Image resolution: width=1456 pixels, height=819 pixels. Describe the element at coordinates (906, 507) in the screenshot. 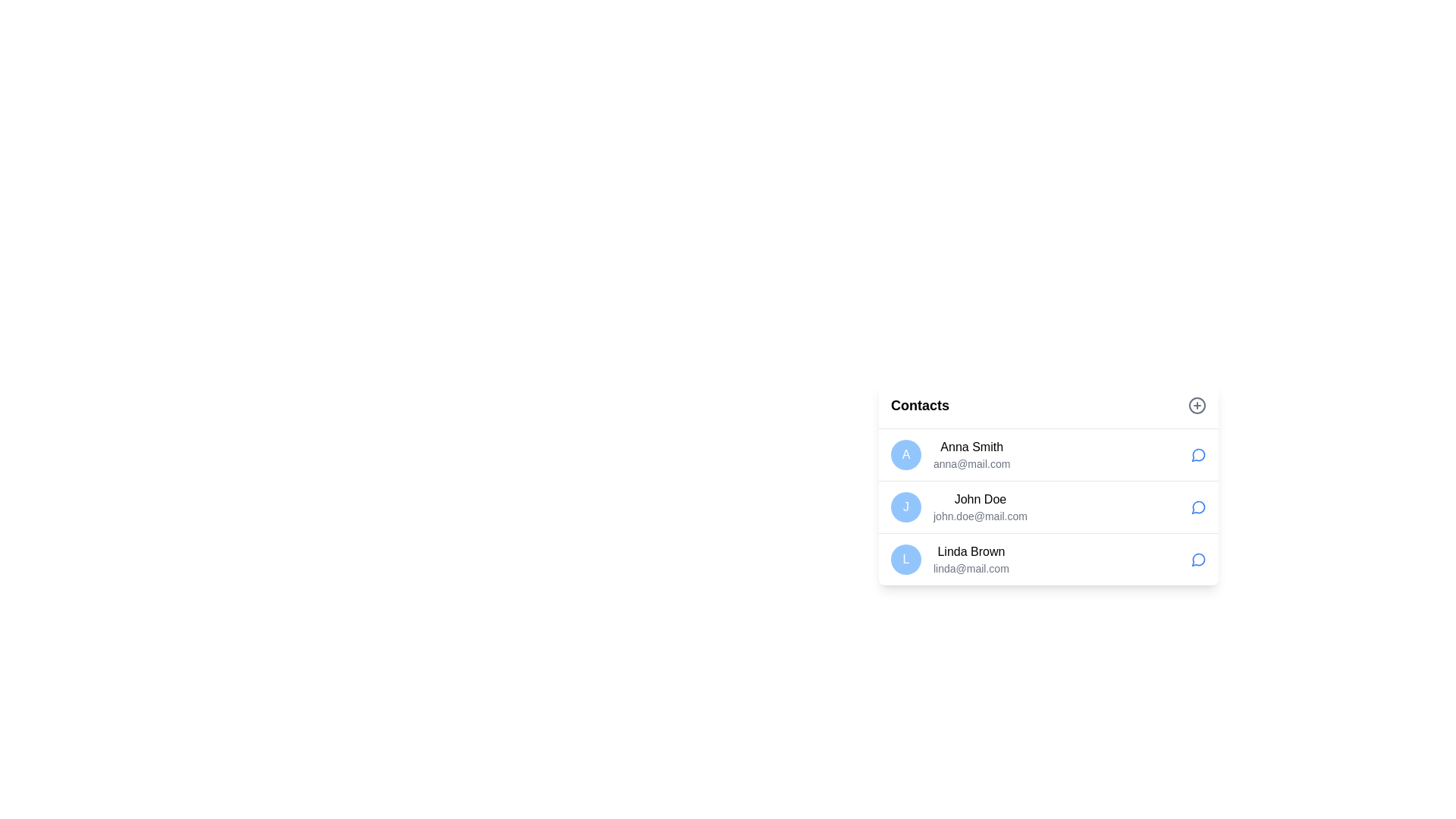

I see `the Avatar Indicator, a circular UI component with a light blue background and a white 'J' character, located to the left of 'John Doe' in the Contacts section` at that location.